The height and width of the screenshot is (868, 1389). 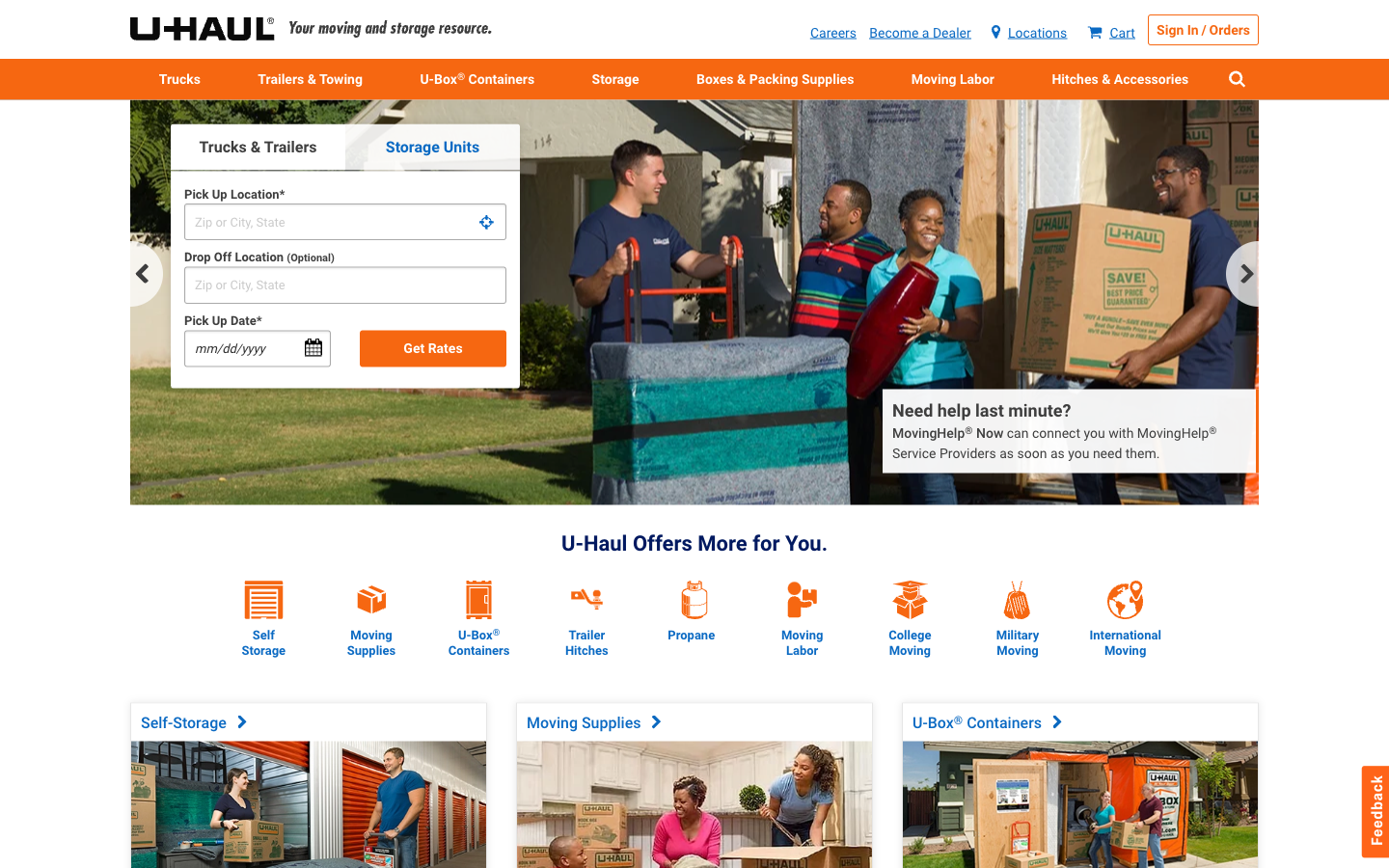 I want to click on the price of boxes, so click(x=370, y=583).